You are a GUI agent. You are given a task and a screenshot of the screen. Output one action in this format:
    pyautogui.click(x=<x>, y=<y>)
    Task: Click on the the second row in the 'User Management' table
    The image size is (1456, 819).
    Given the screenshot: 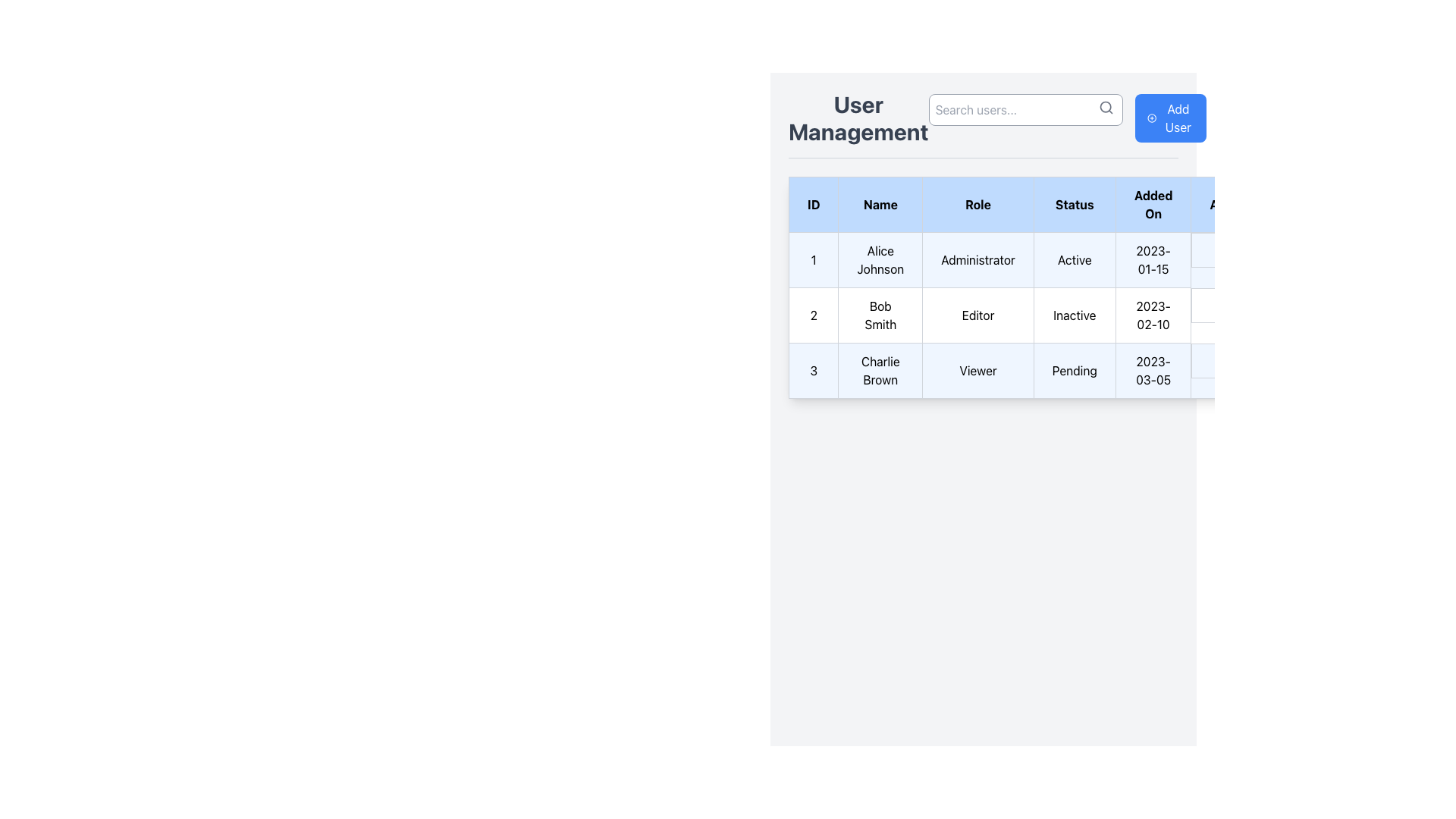 What is the action you would take?
    pyautogui.click(x=1031, y=315)
    